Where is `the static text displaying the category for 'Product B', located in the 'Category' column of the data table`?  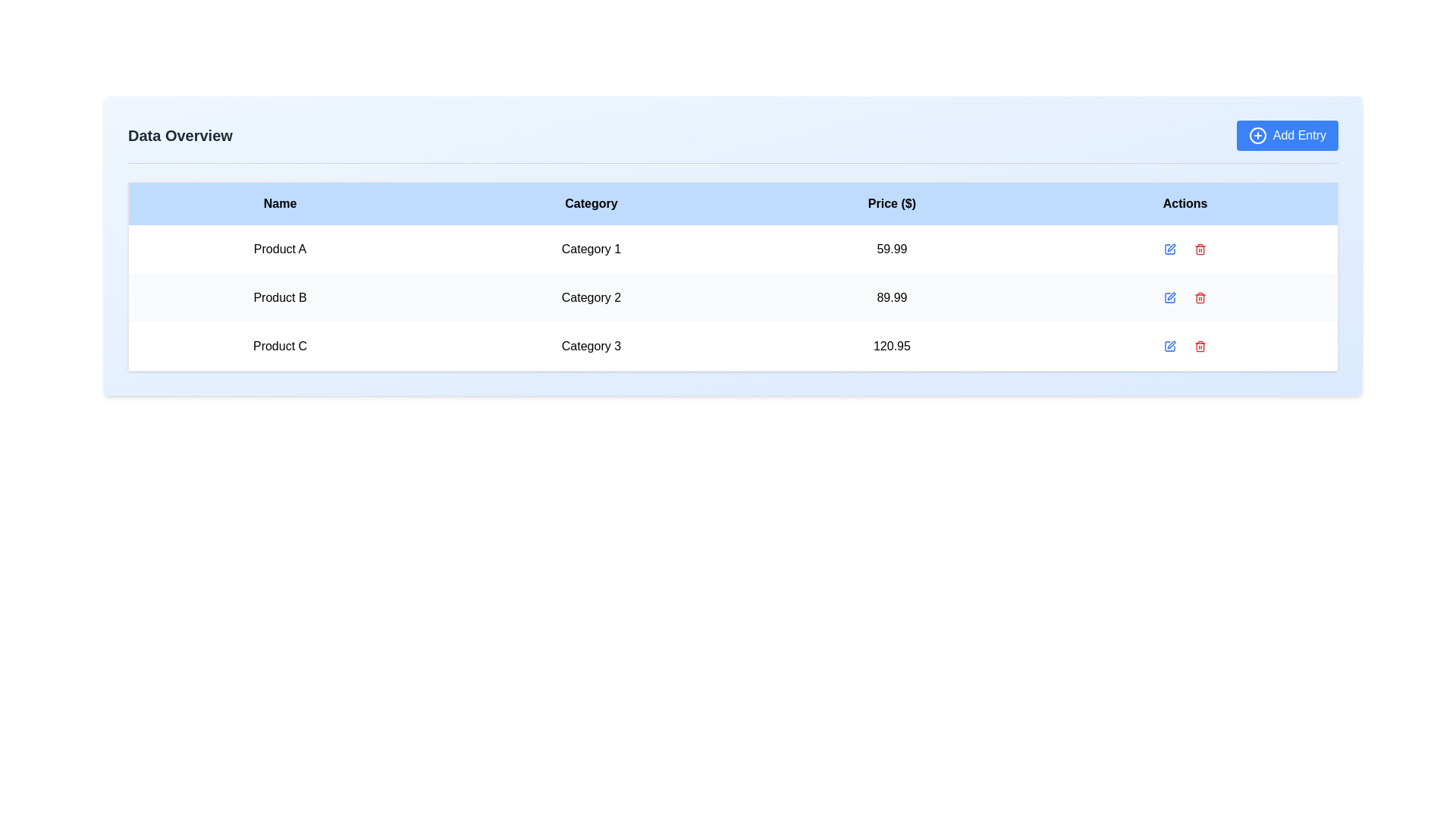
the static text displaying the category for 'Product B', located in the 'Category' column of the data table is located at coordinates (590, 298).